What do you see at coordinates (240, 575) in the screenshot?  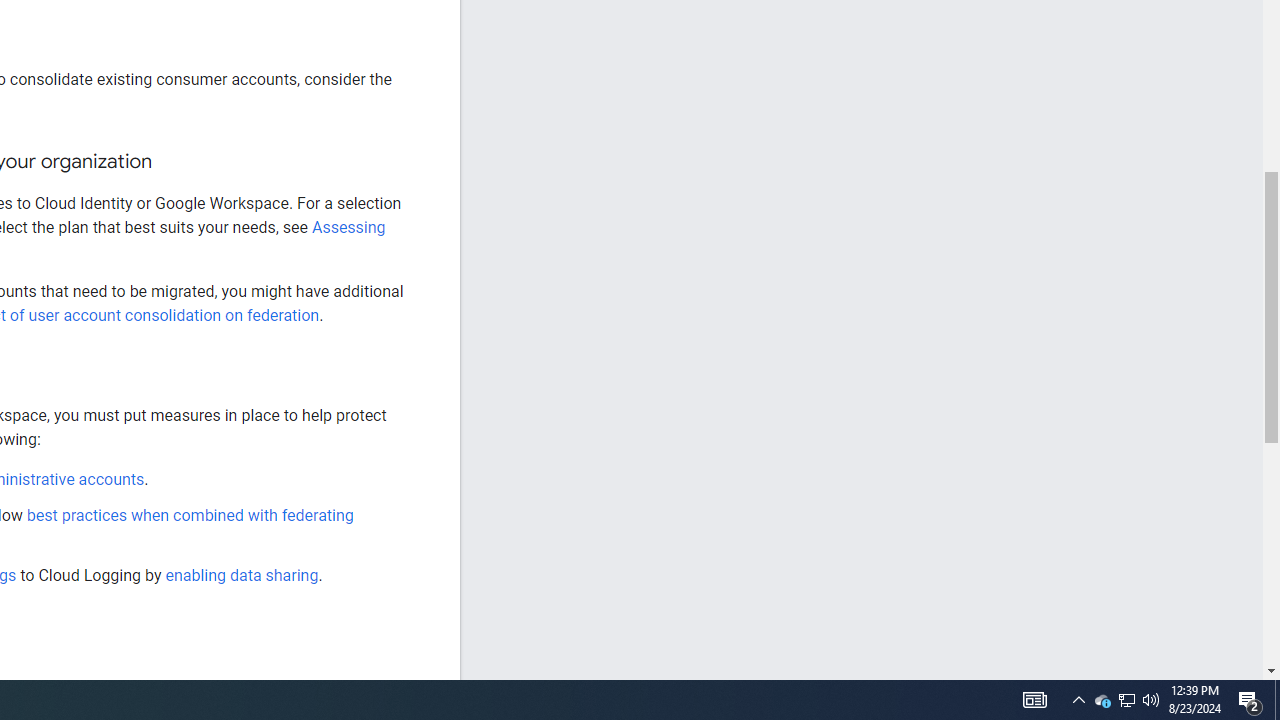 I see `'enabling data sharing'` at bounding box center [240, 575].